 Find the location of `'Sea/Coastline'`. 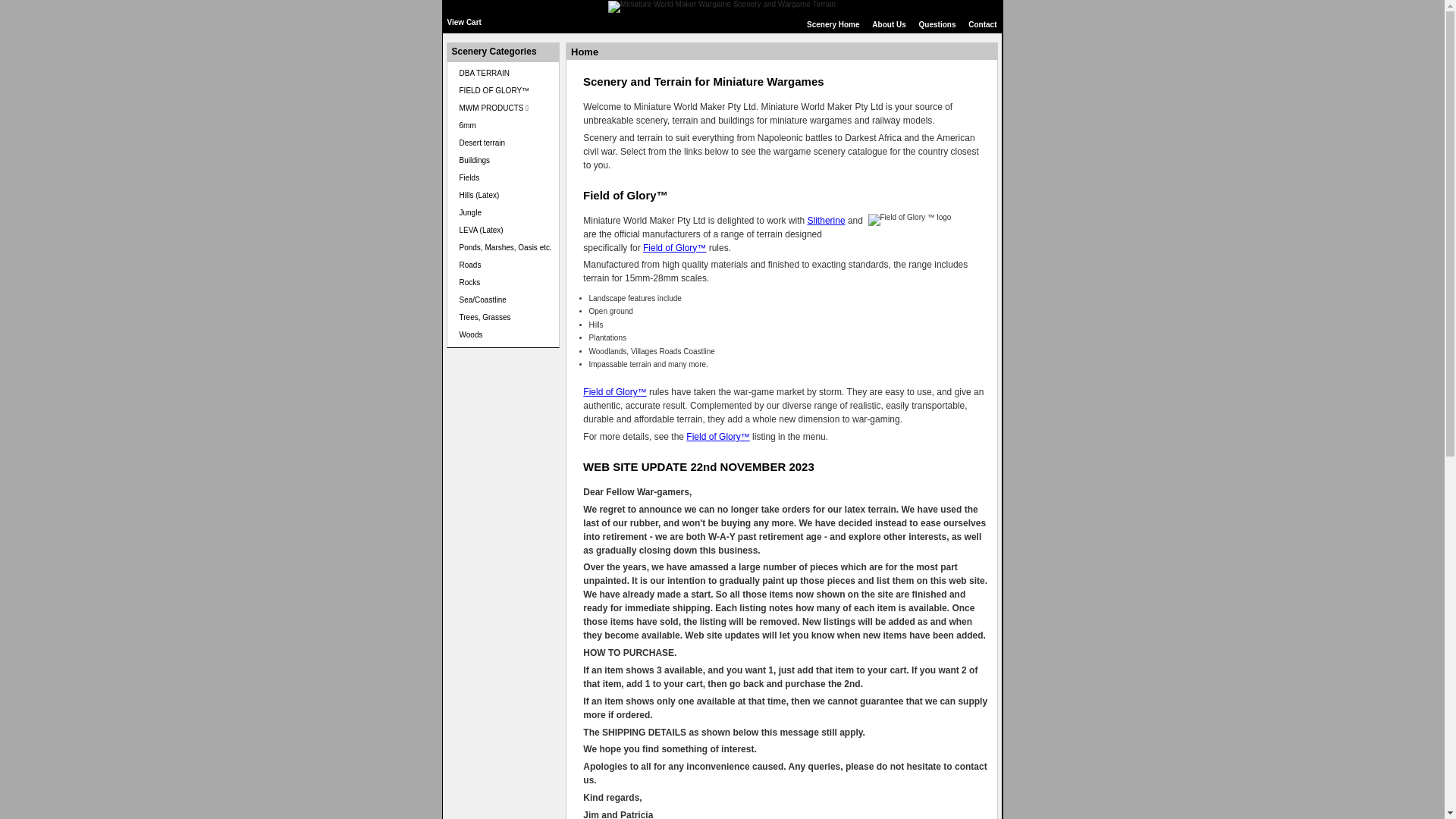

'Sea/Coastline' is located at coordinates (482, 300).